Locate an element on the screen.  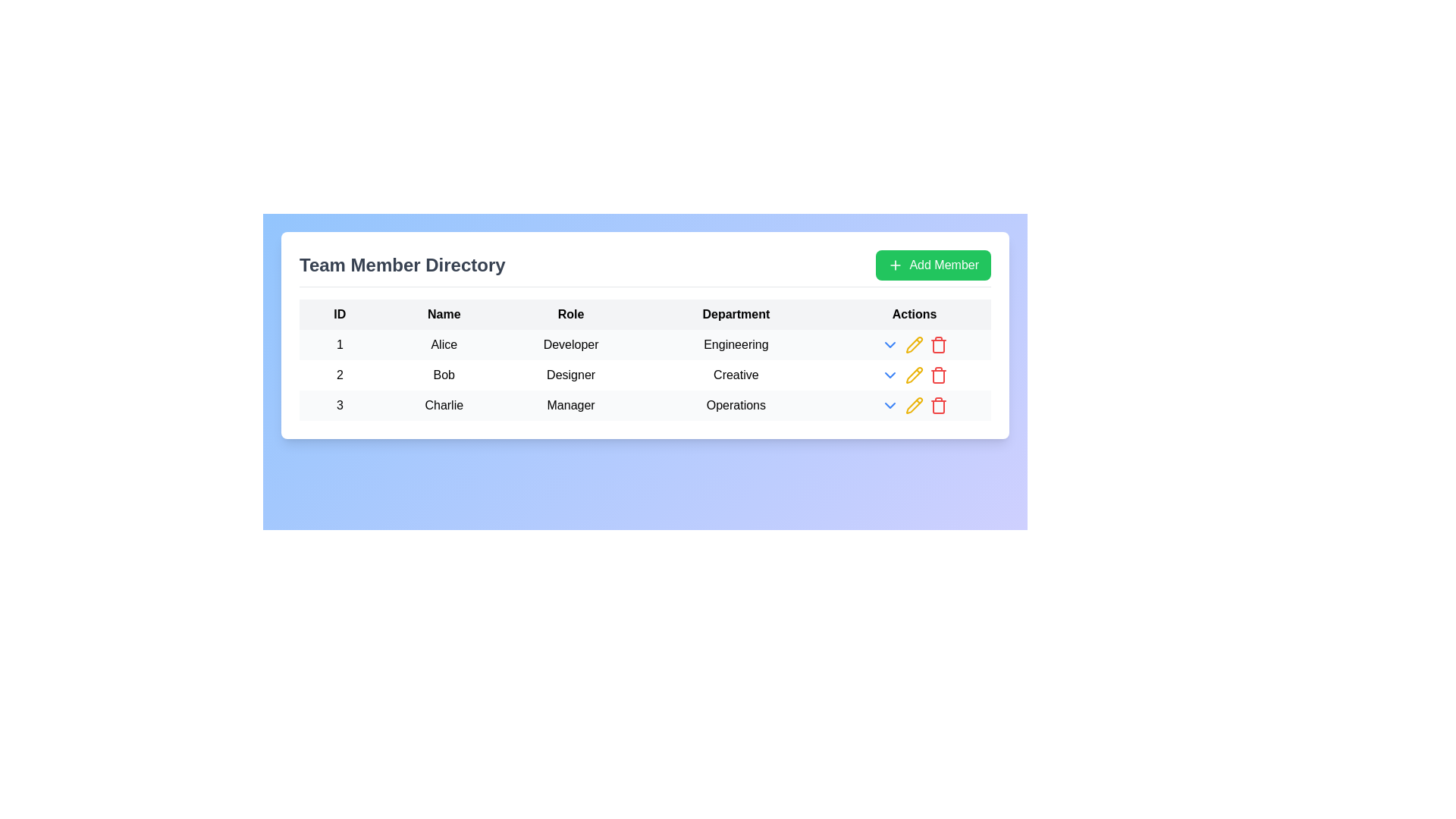
the text label displaying 'ID' in bold font, located in the top-left corner of the table's header row is located at coordinates (339, 314).